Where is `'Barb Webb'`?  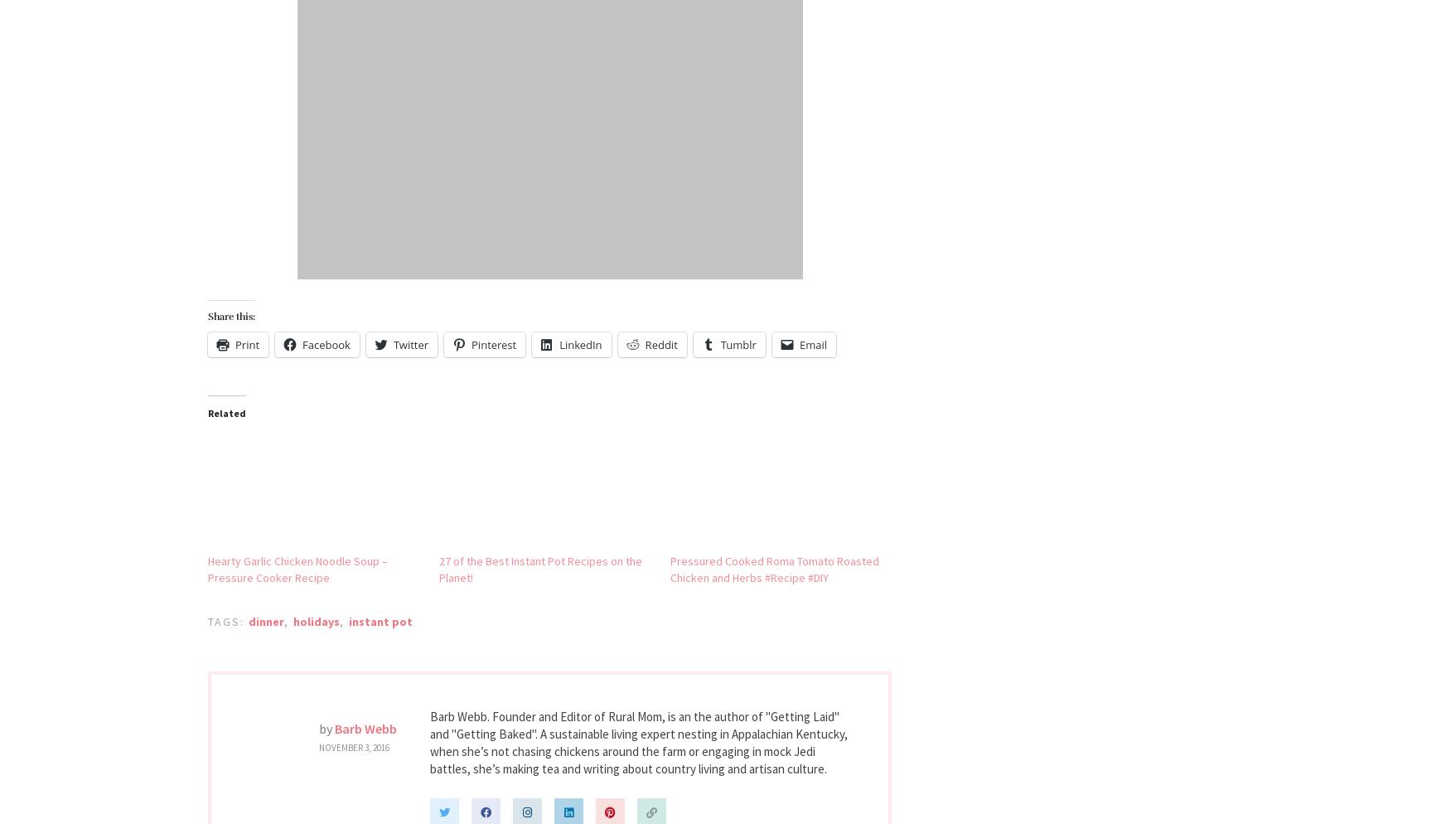
'Barb Webb' is located at coordinates (333, 728).